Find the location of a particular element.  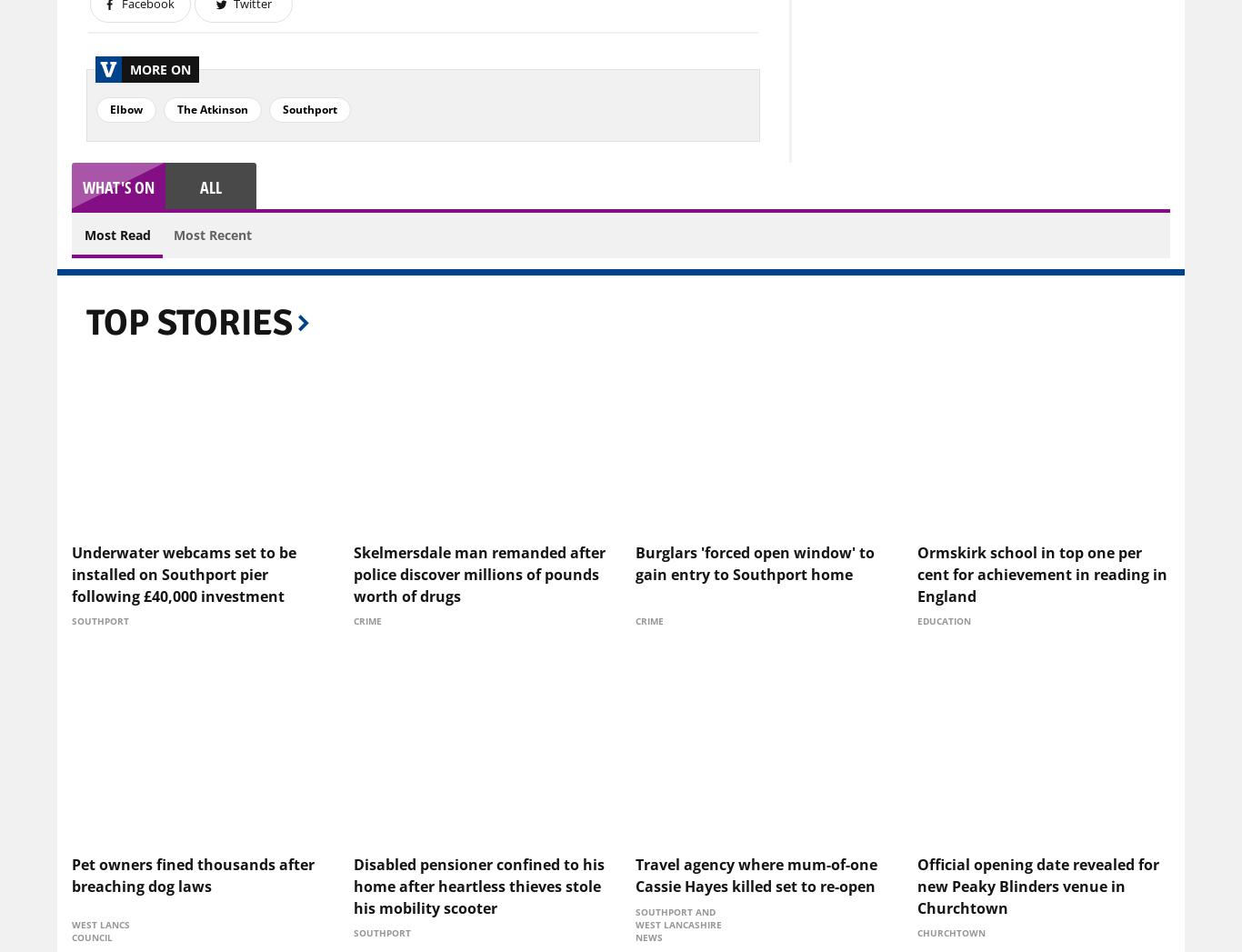

'What's On' is located at coordinates (117, 185).